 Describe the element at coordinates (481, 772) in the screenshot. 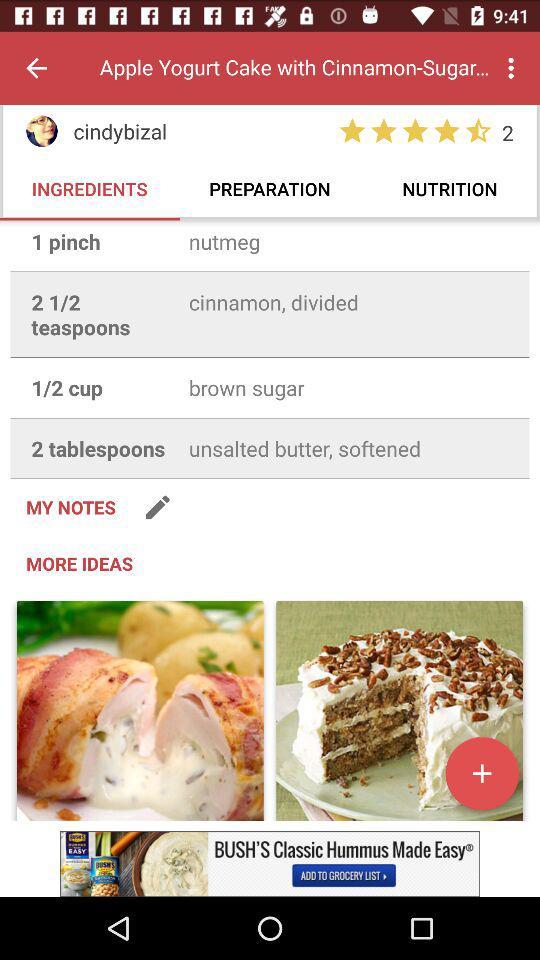

I see `the add icon` at that location.